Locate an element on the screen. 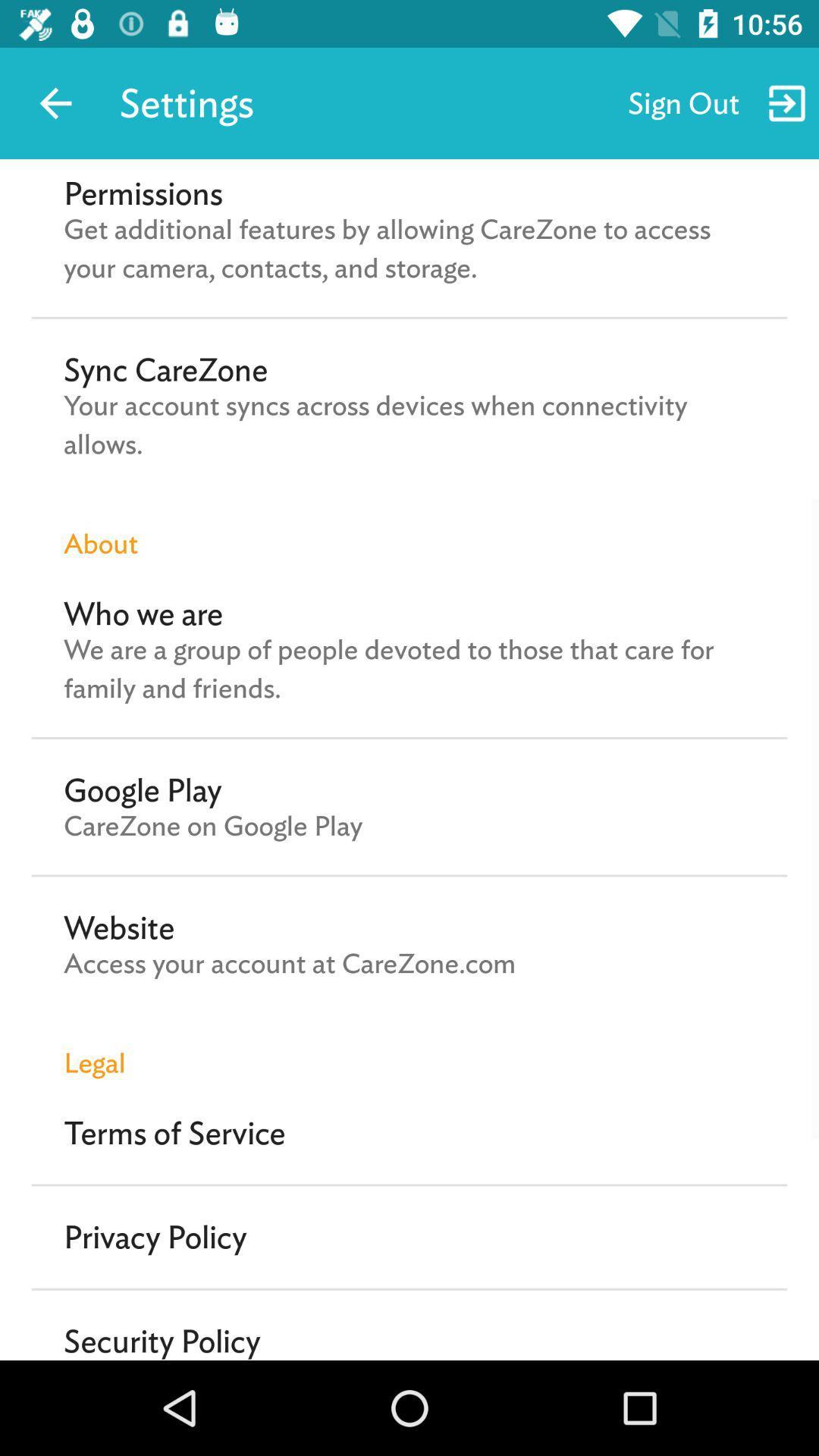 This screenshot has width=819, height=1456. the privacy policy item is located at coordinates (155, 1237).